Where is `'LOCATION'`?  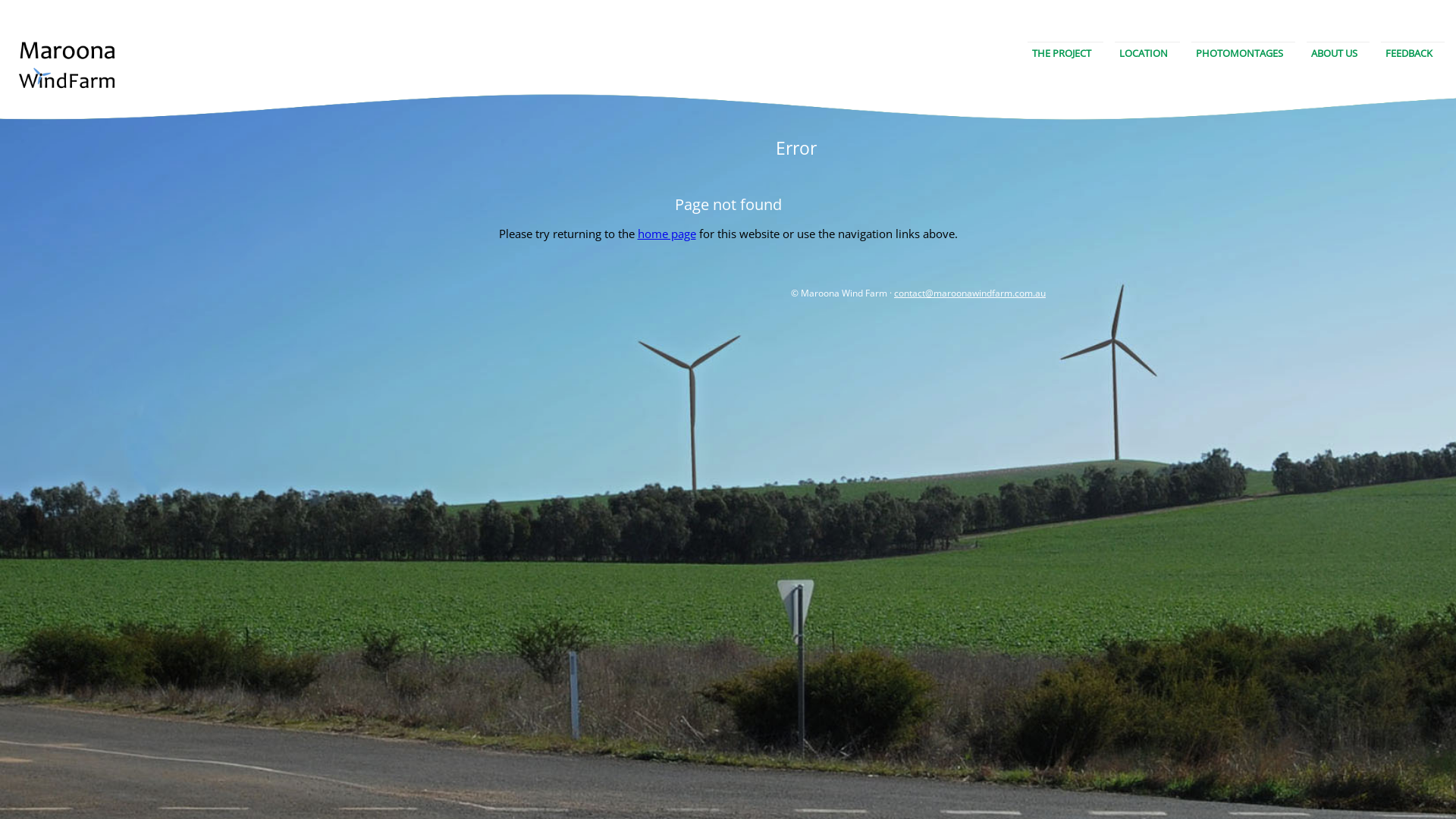 'LOCATION' is located at coordinates (1143, 52).